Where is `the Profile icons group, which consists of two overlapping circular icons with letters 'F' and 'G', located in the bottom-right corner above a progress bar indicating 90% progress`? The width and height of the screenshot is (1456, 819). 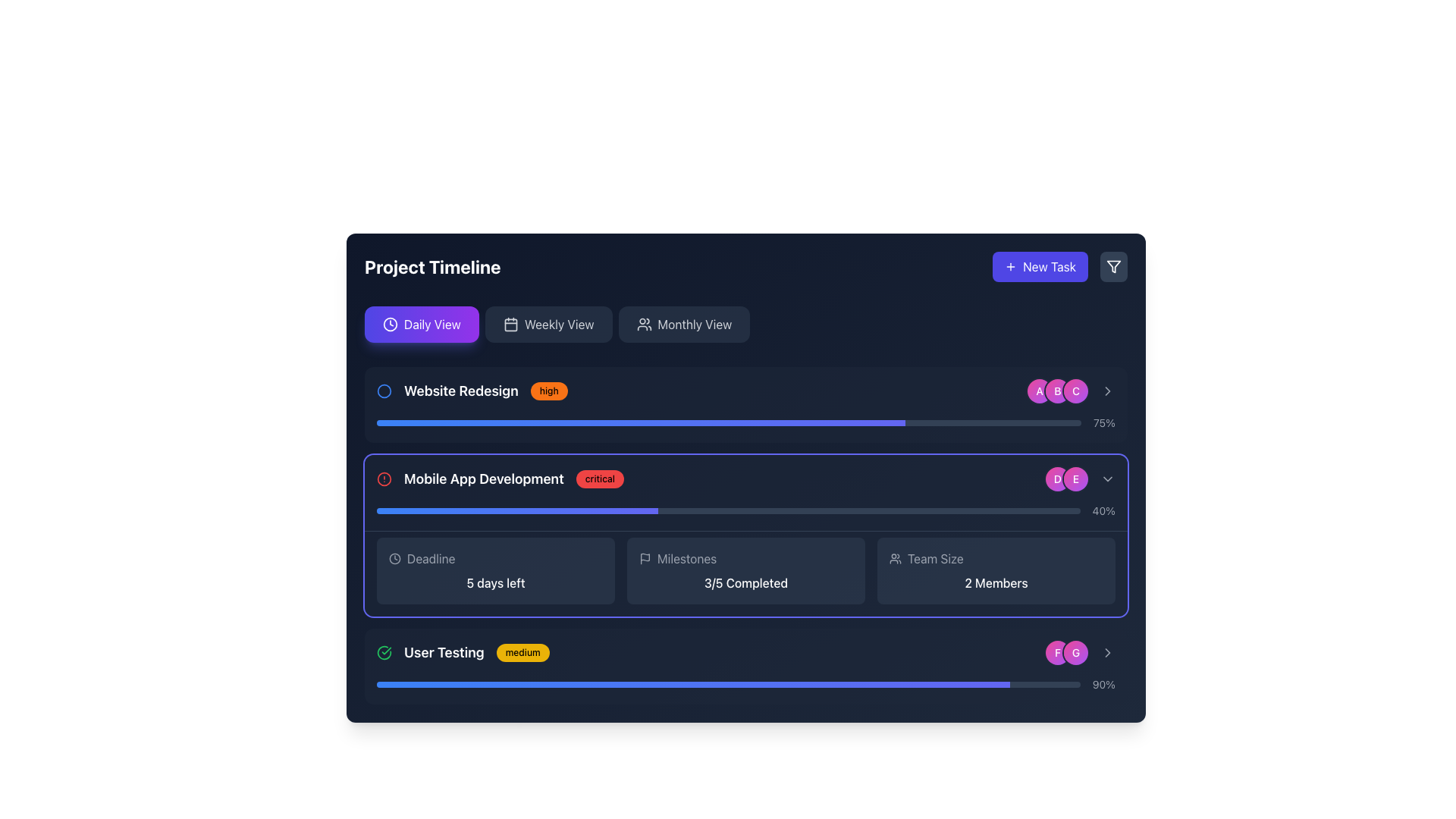
the Profile icons group, which consists of two overlapping circular icons with letters 'F' and 'G', located in the bottom-right corner above a progress bar indicating 90% progress is located at coordinates (1065, 651).